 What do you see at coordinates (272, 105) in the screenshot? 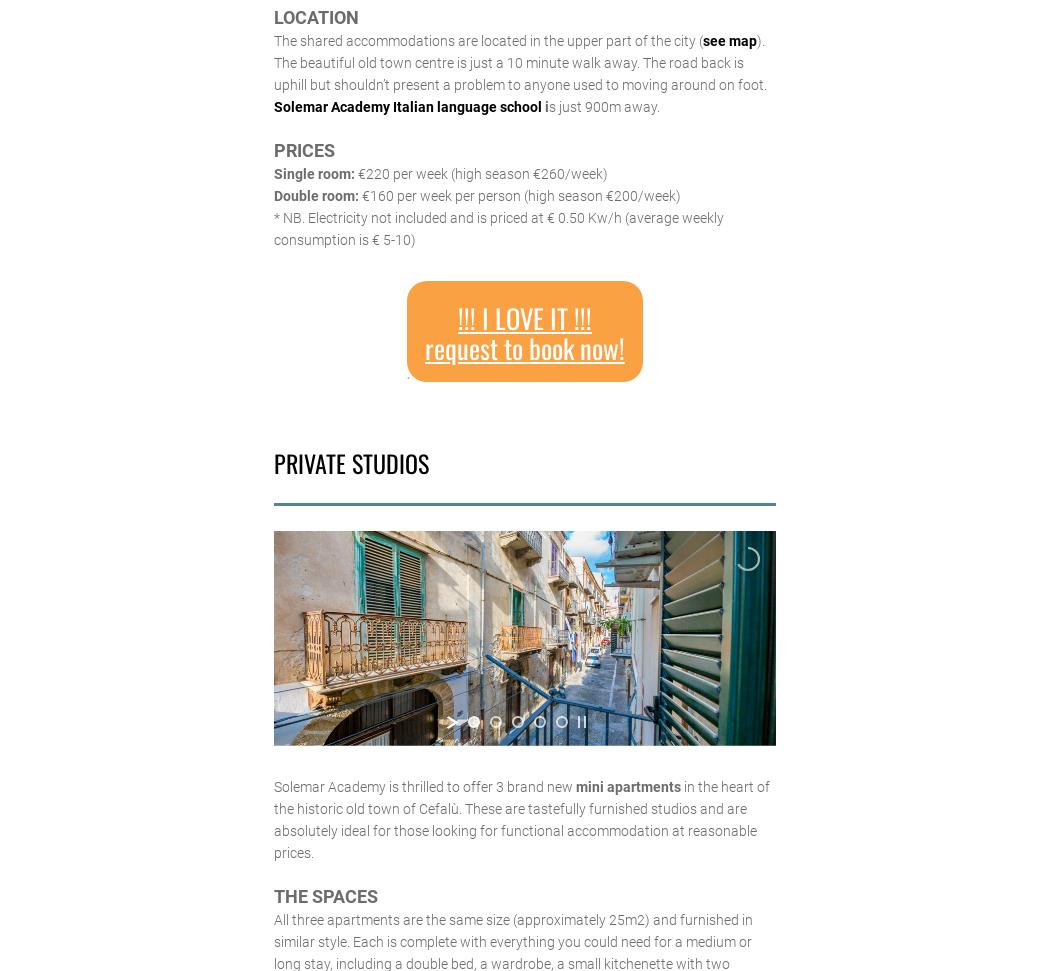
I see `'Solemar Academy Italian language school'` at bounding box center [272, 105].